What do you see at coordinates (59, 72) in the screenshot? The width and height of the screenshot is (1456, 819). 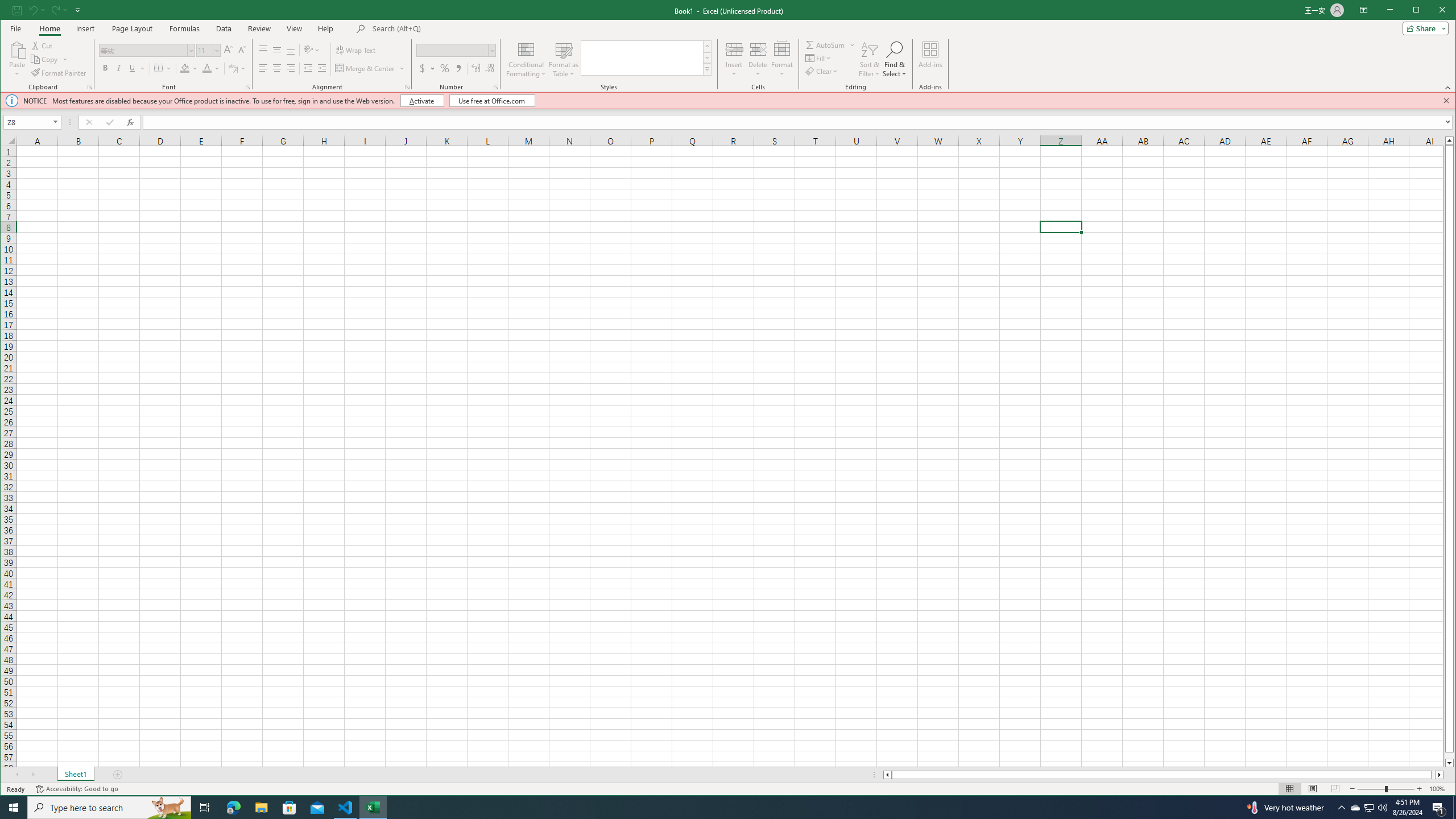 I see `'Format Painter'` at bounding box center [59, 72].